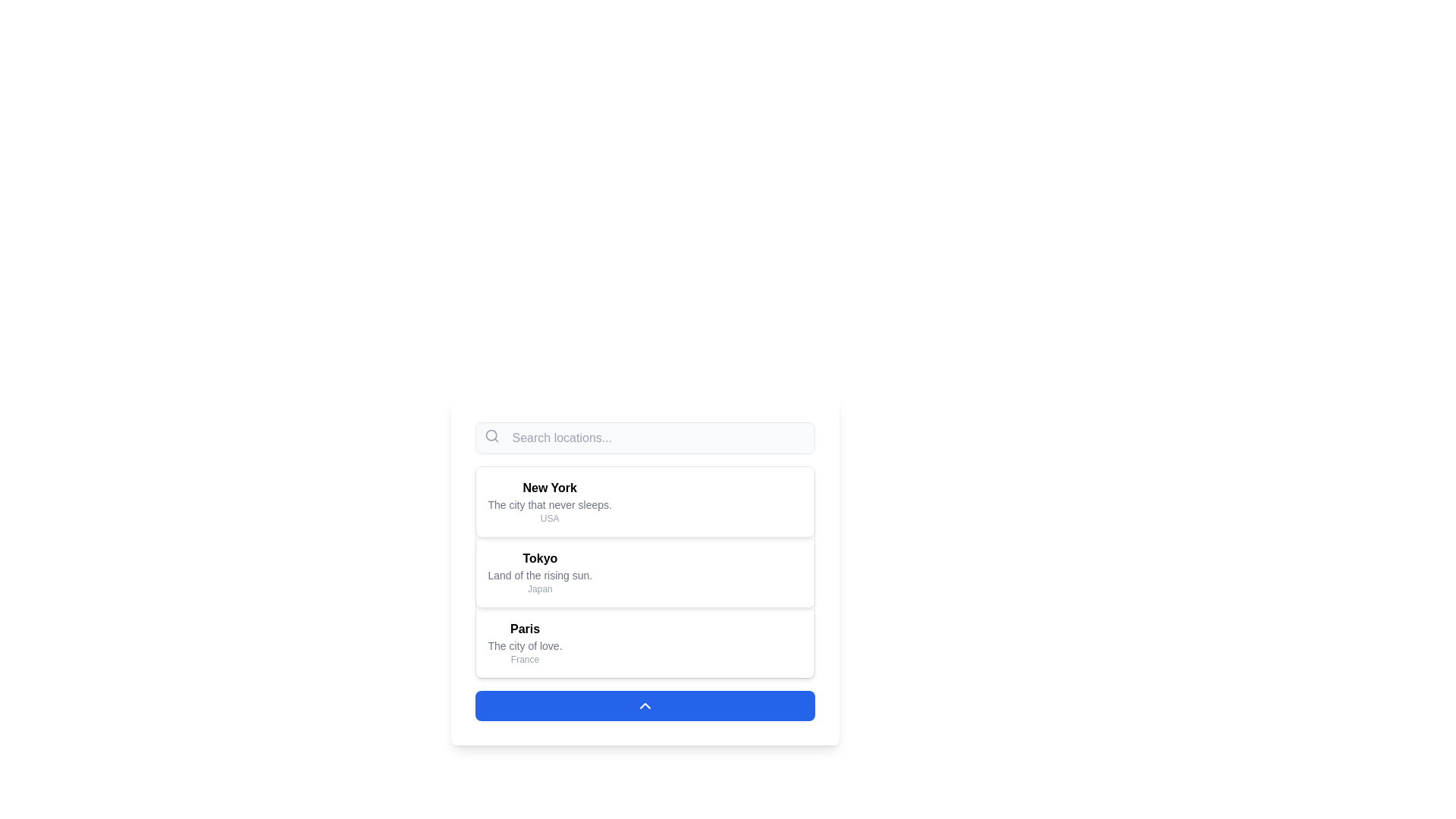 The width and height of the screenshot is (1456, 819). I want to click on the static text label that provides additional contextual information for the main title 'Tokyo', which is positioned below 'Tokyo' and above 'Japan', so click(540, 576).